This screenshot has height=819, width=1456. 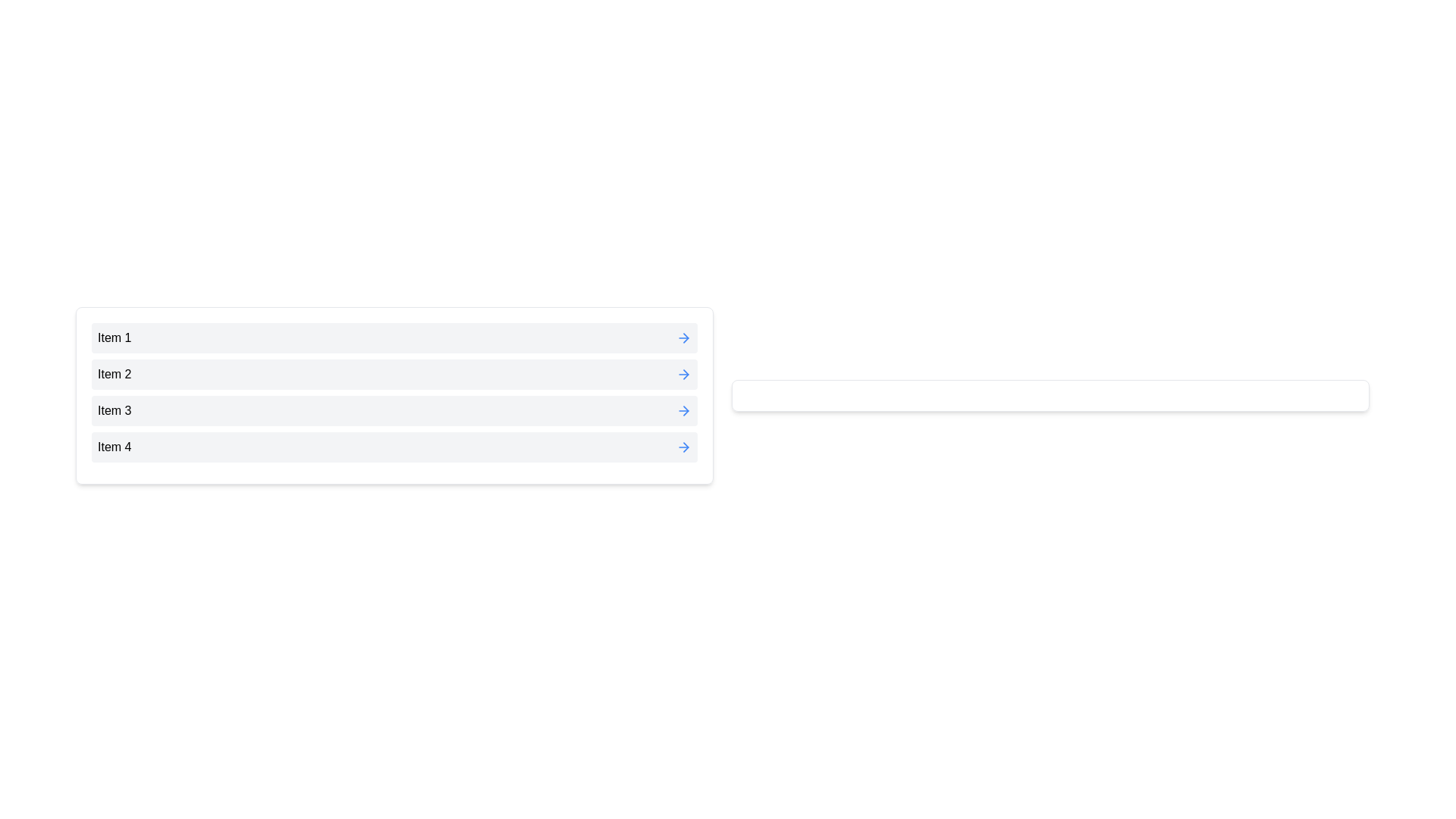 I want to click on the blue arrow button next to Item 1 to move it to the right list, so click(x=683, y=337).